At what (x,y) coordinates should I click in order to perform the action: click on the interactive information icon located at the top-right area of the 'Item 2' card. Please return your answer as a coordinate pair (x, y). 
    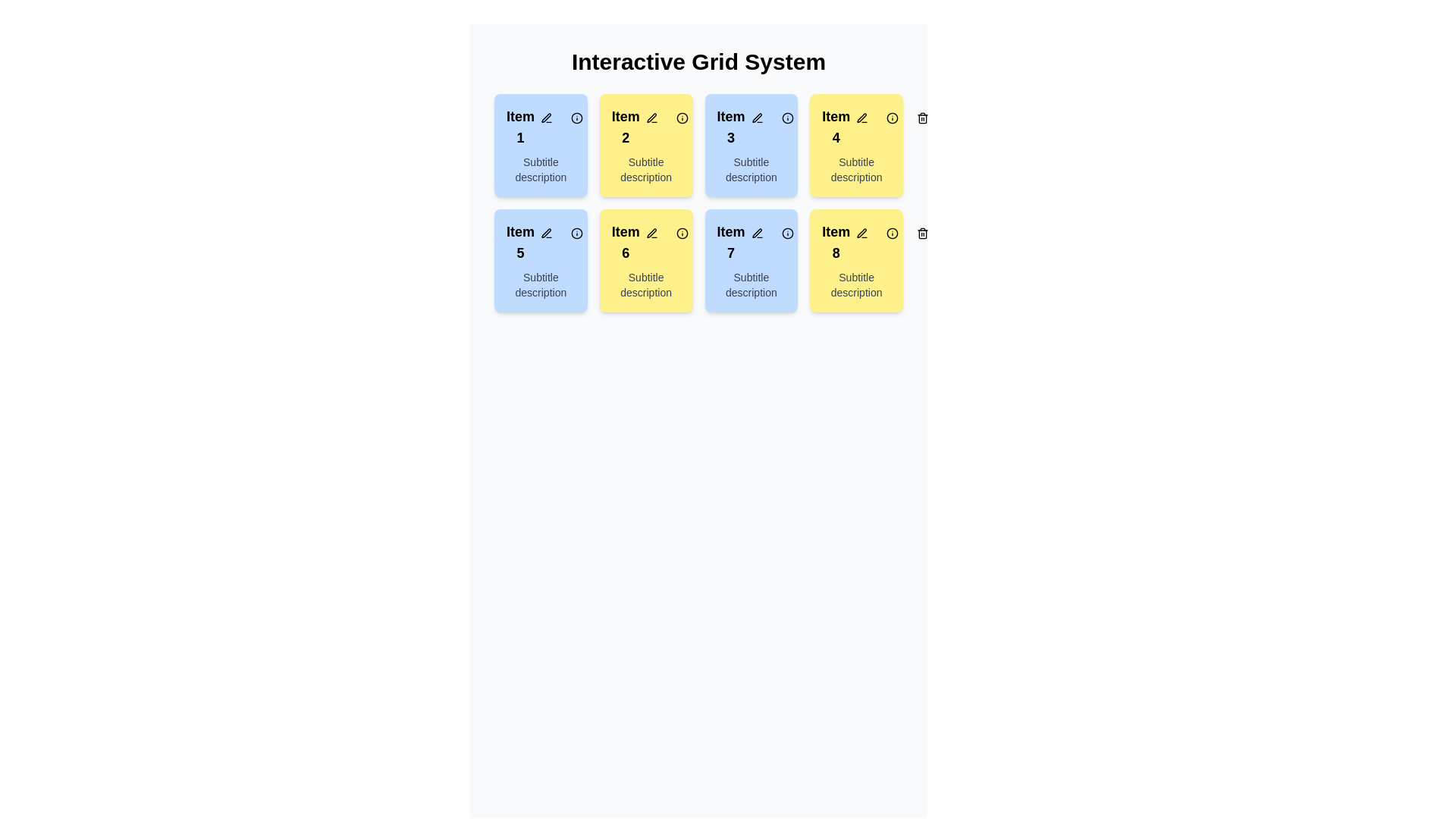
    Looking at the image, I should click on (681, 117).